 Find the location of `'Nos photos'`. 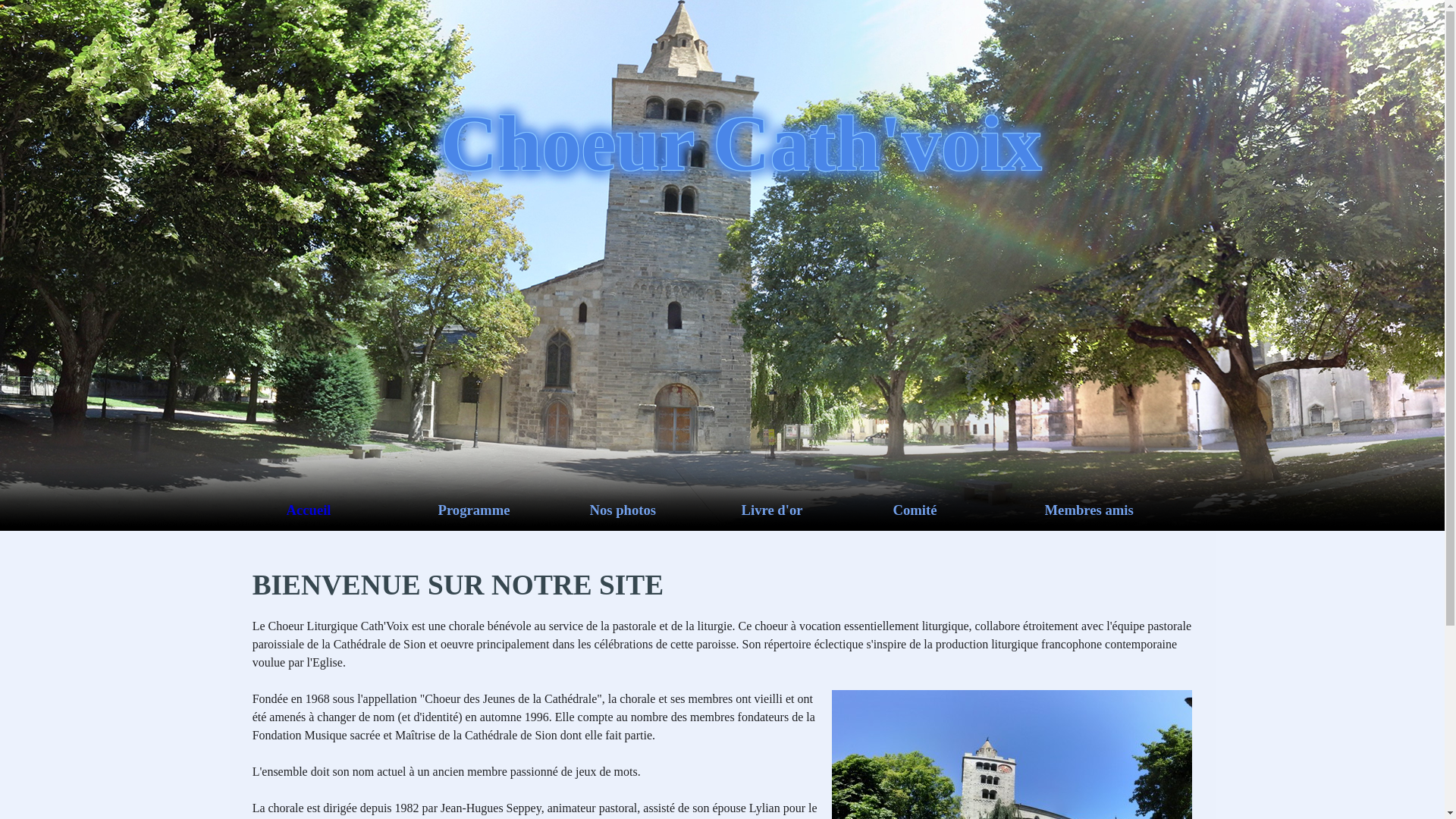

'Nos photos' is located at coordinates (666, 510).